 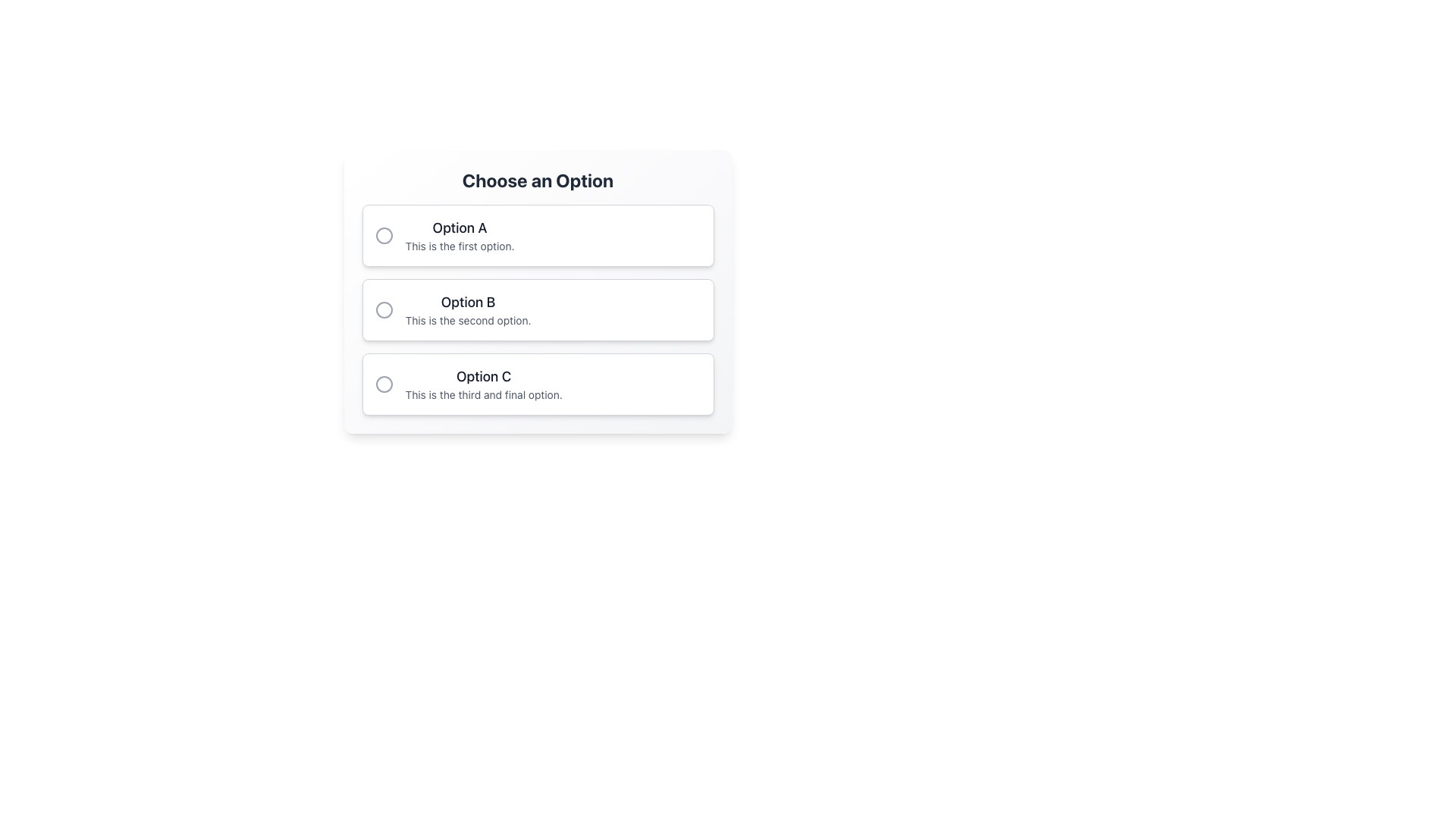 I want to click on the unselected circular SVG graphical component representing 'Option C' in the radio button list, so click(x=384, y=383).